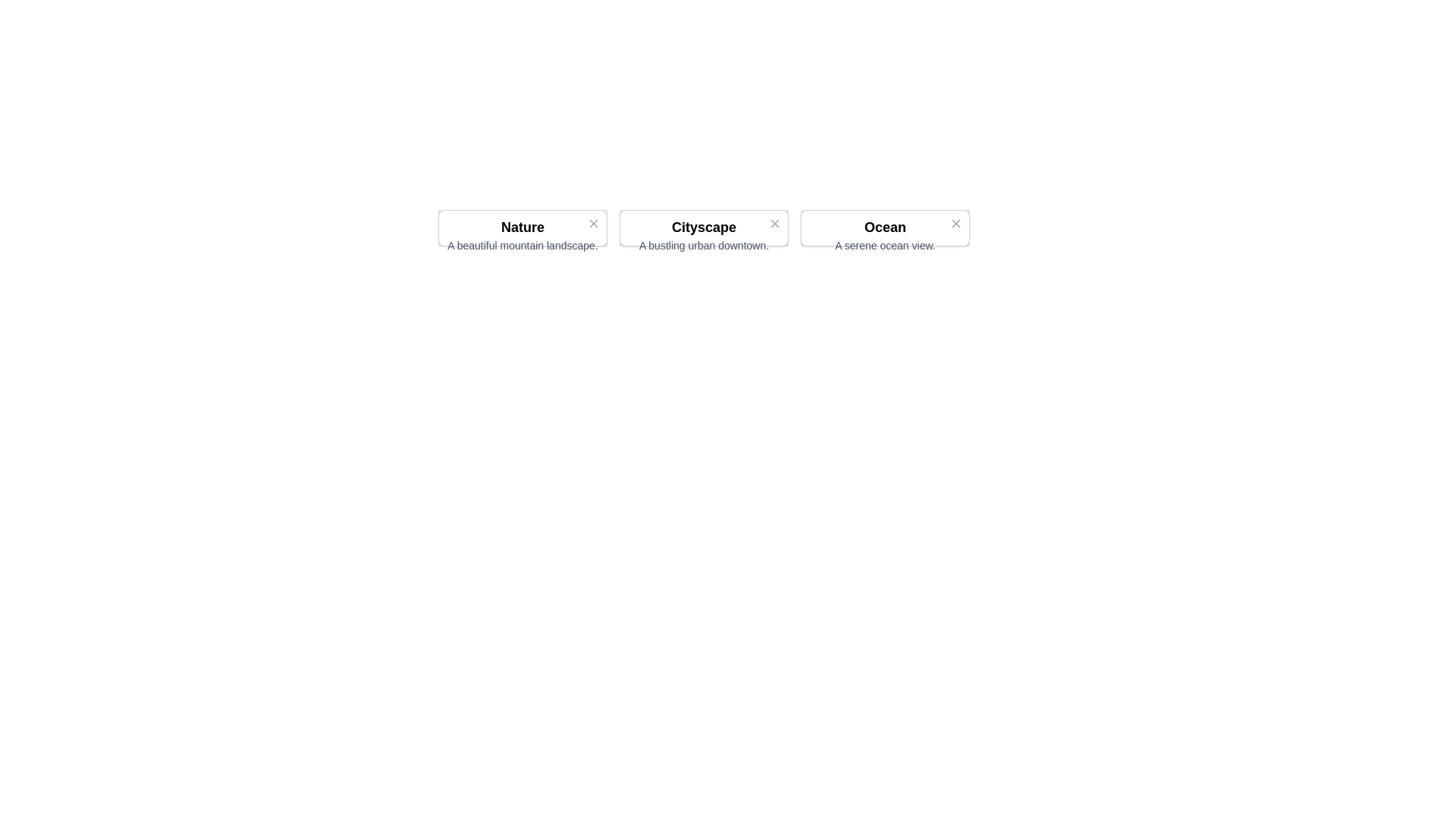 Image resolution: width=1456 pixels, height=819 pixels. Describe the element at coordinates (703, 234) in the screenshot. I see `the informational card titled 'Cityscape', which features a description 'A bustling urban downtown.' and is styled with a white background within a rounded box, positioned centrally between the 'Nature' and 'Ocean' elements` at that location.